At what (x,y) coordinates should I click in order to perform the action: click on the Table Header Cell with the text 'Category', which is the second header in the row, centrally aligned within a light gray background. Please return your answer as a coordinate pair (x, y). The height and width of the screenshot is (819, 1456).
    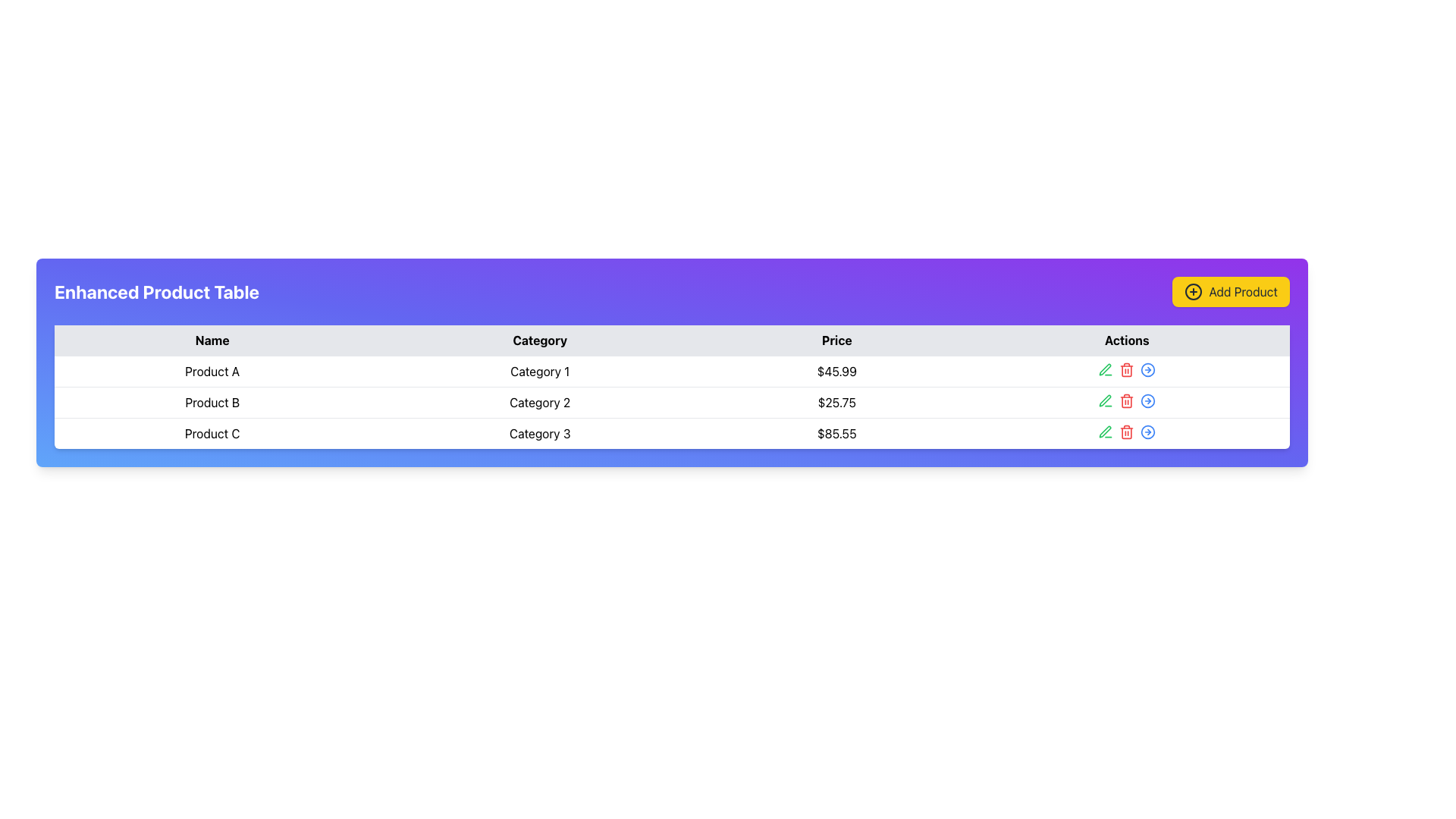
    Looking at the image, I should click on (540, 340).